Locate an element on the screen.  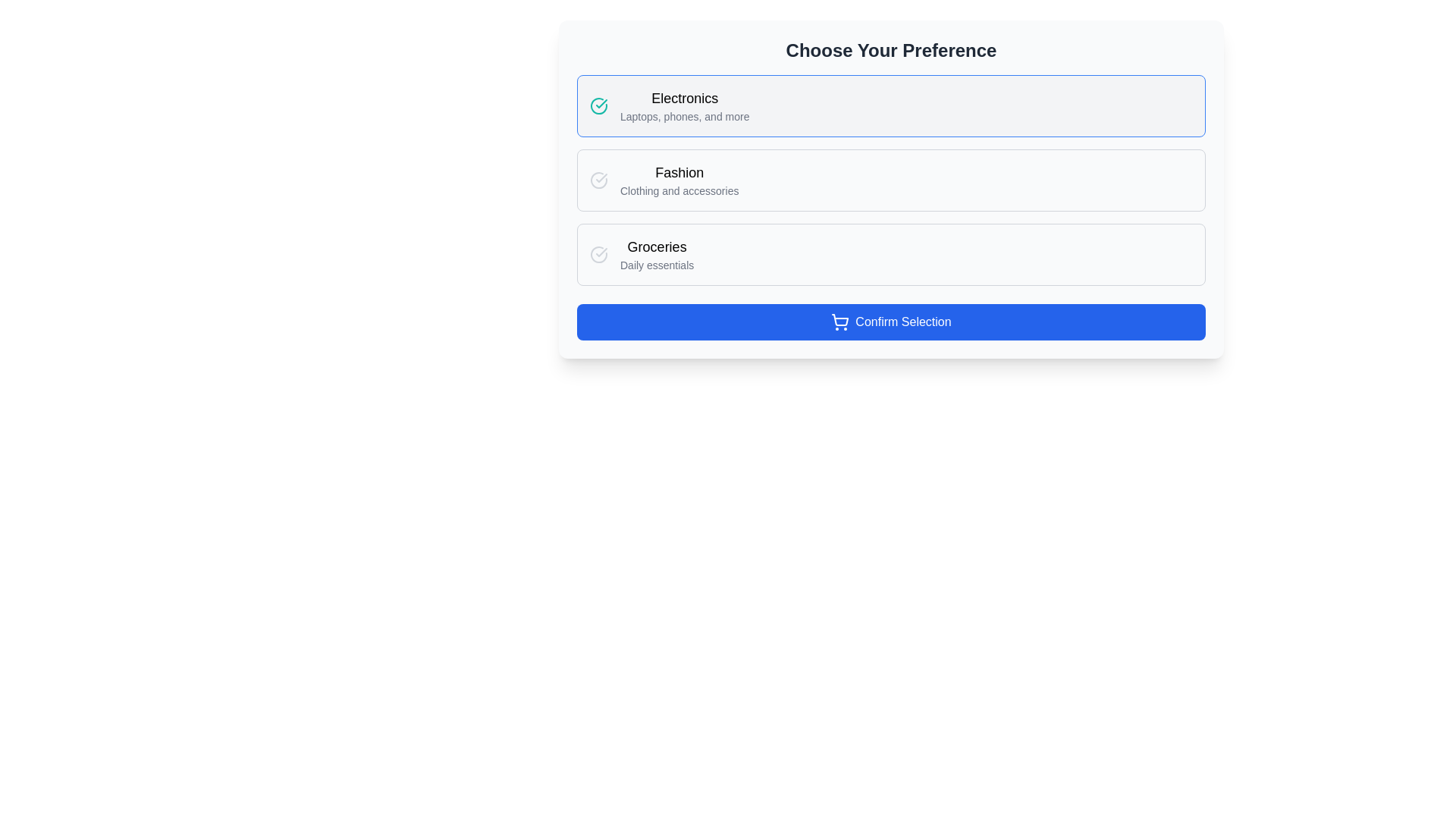
the text element displaying 'Daily essentials' located beneath 'Groceries' in the third section of the selection interface is located at coordinates (657, 265).